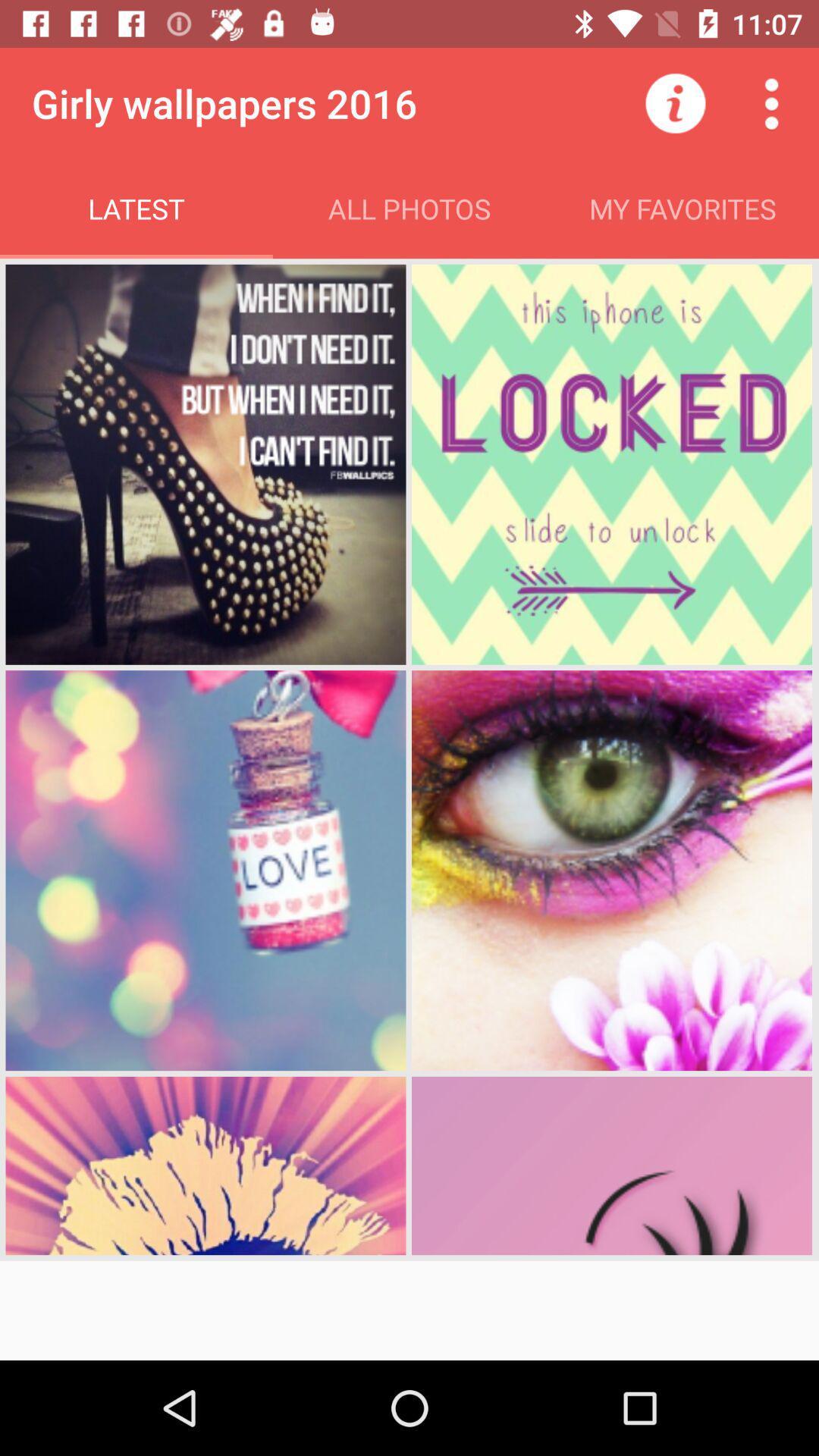  What do you see at coordinates (675, 102) in the screenshot?
I see `the app next to all photos app` at bounding box center [675, 102].